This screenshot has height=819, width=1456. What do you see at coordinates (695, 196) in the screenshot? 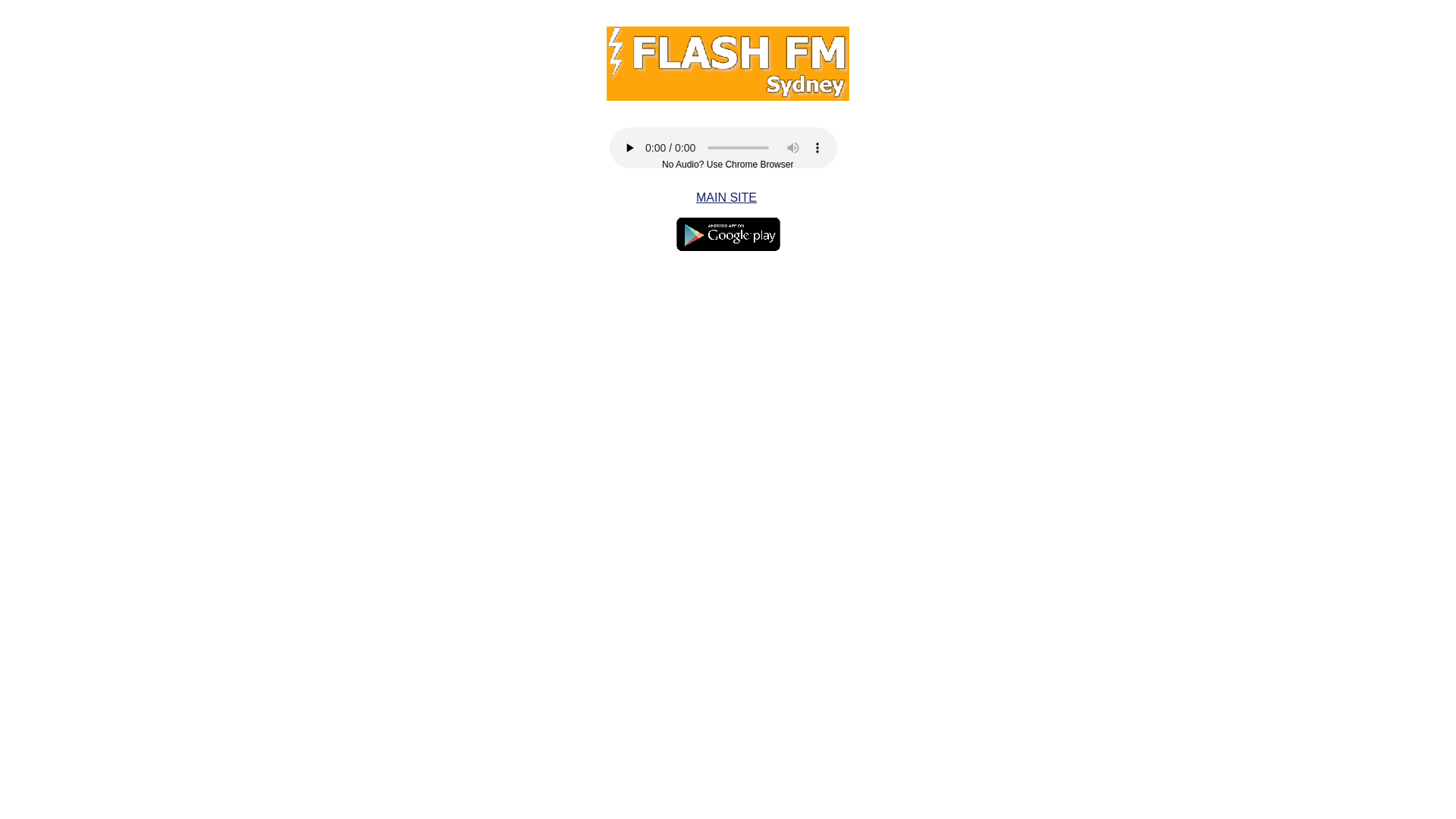
I see `'MAIN SITE'` at bounding box center [695, 196].